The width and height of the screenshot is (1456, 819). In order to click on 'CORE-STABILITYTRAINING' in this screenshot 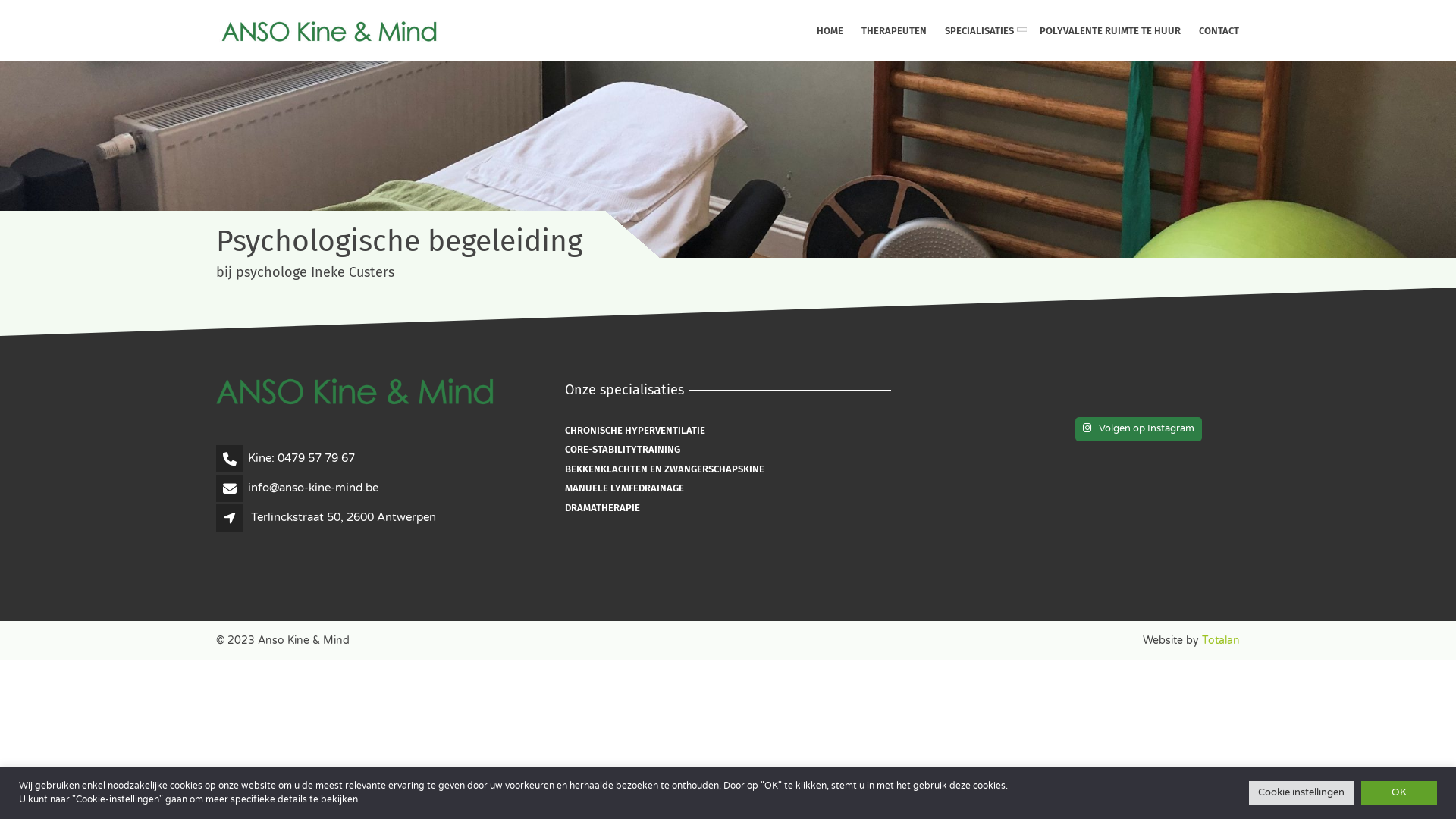, I will do `click(622, 449)`.